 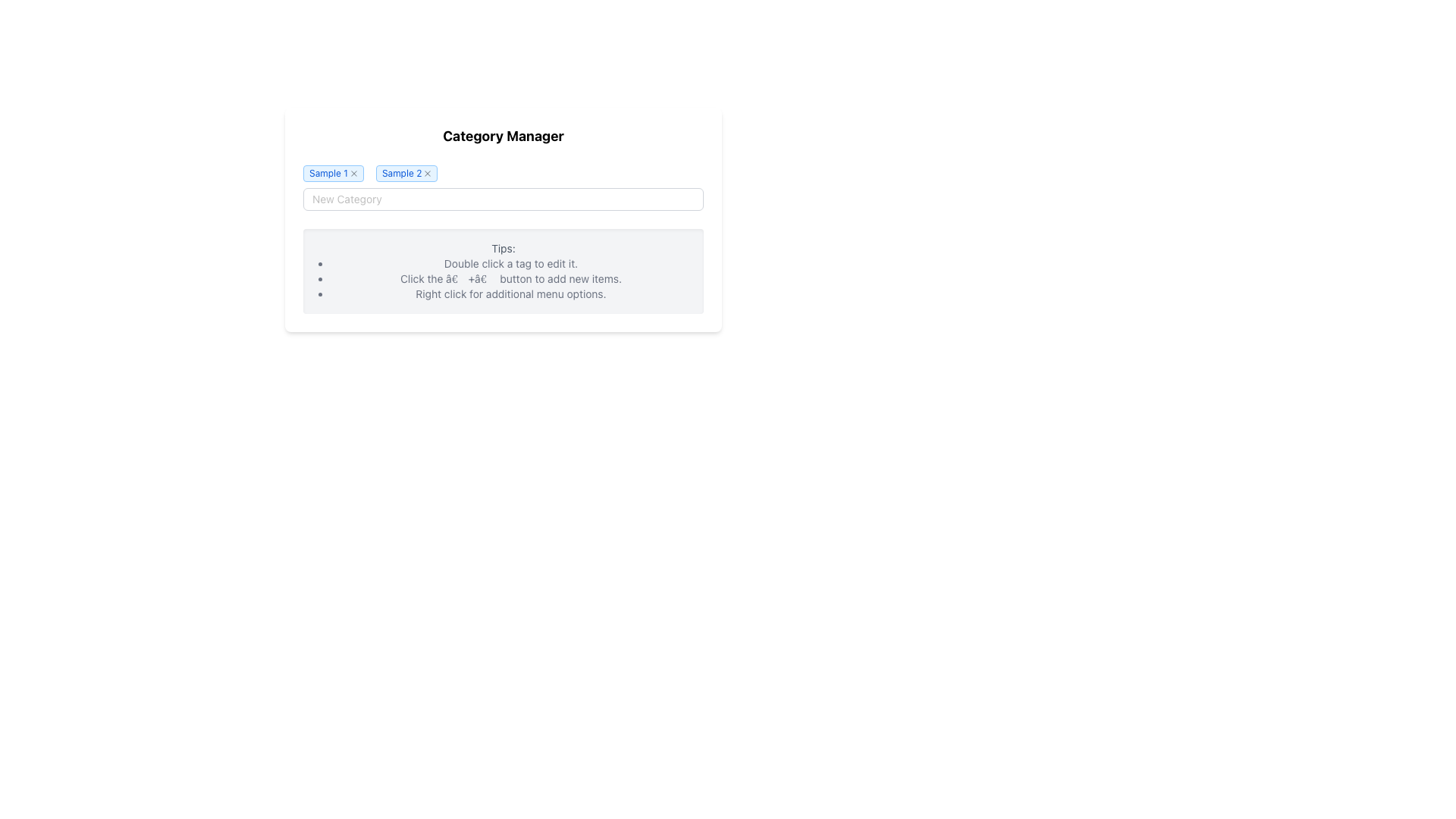 What do you see at coordinates (510, 278) in the screenshot?
I see `the instructional tip text element that guides users to use a '+' button to add new items, located under the 'Tips:' section` at bounding box center [510, 278].